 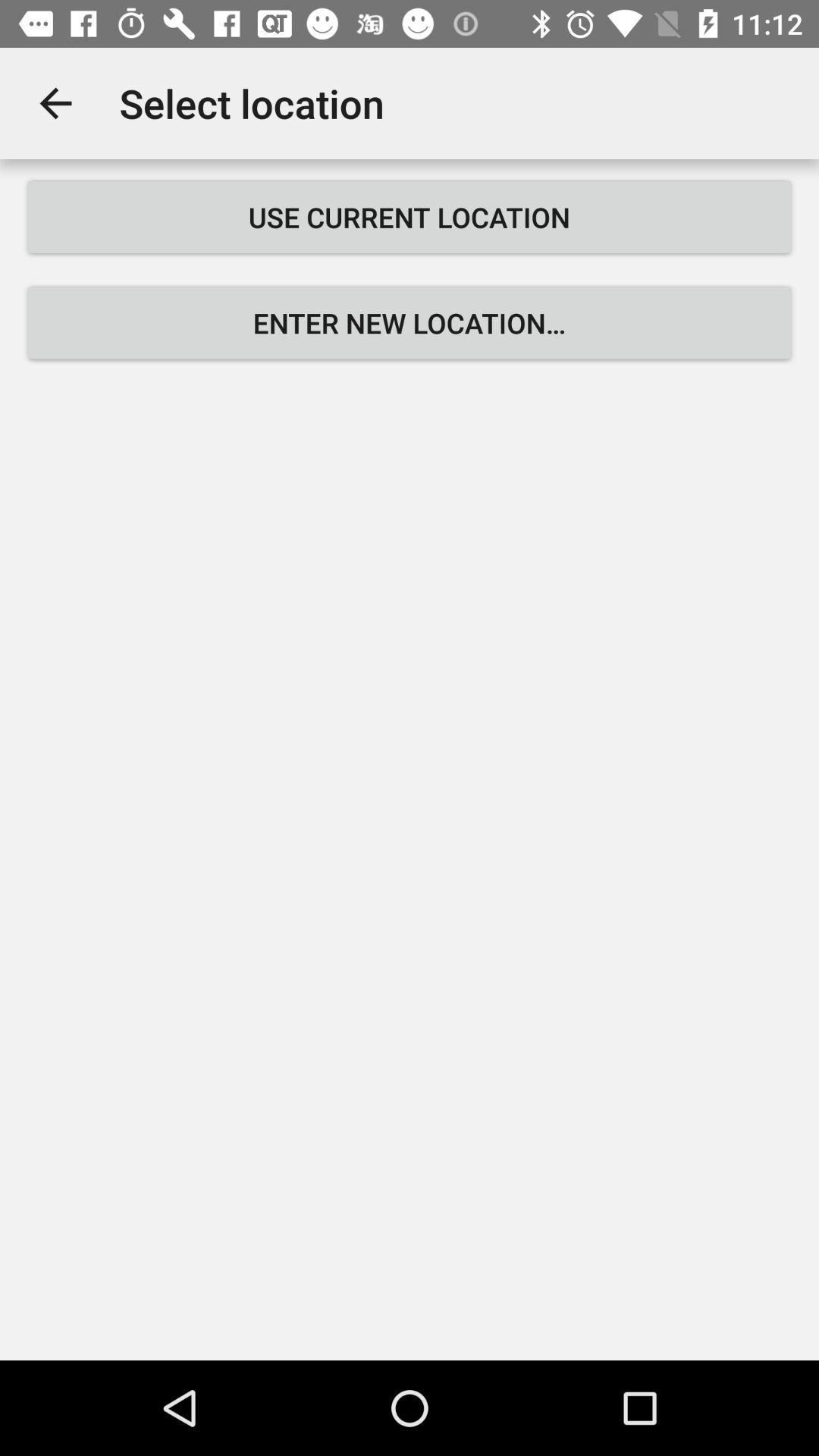 What do you see at coordinates (409, 322) in the screenshot?
I see `item below the use current location item` at bounding box center [409, 322].